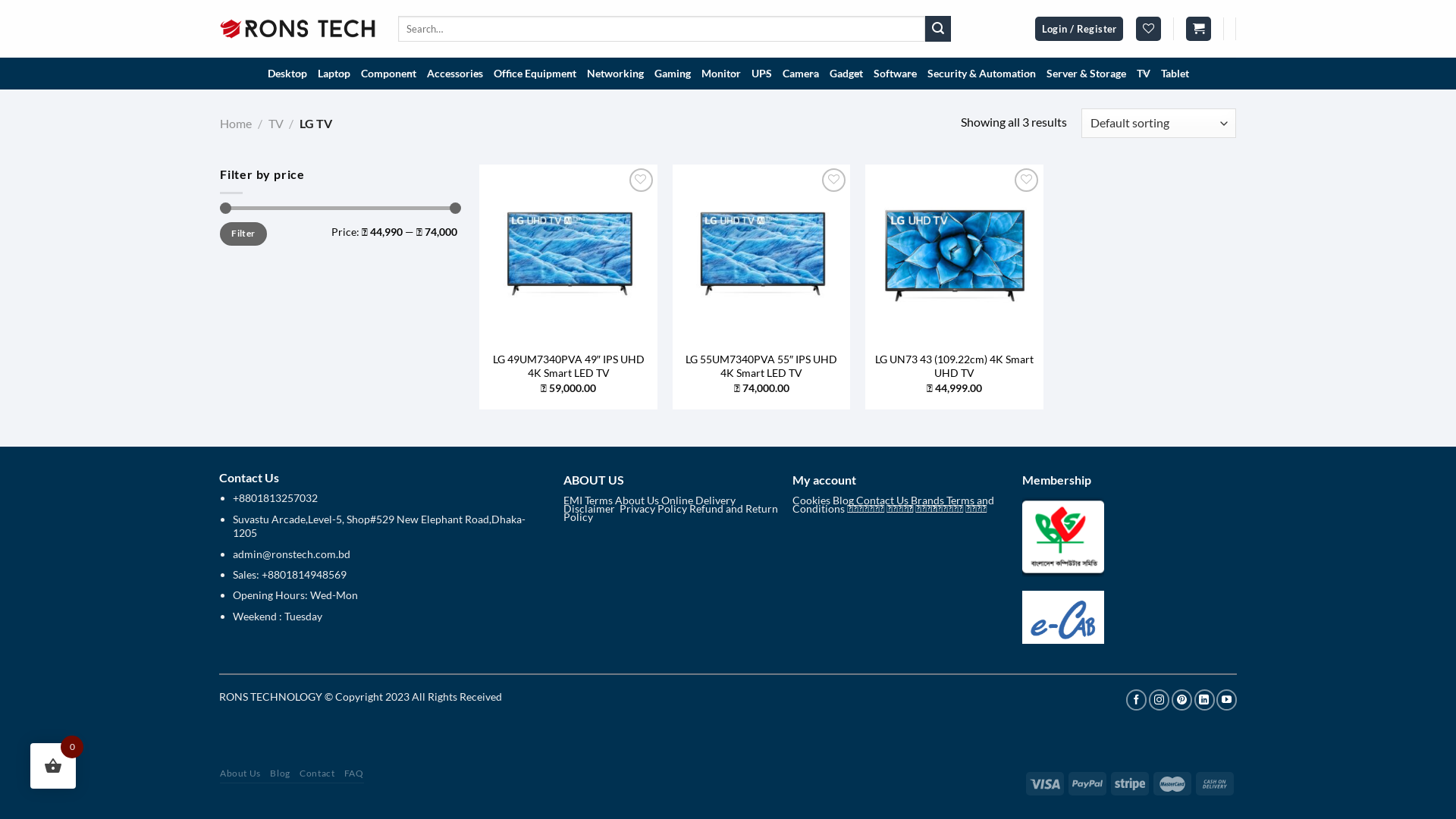 The height and width of the screenshot is (819, 1456). I want to click on 'Camera', so click(776, 73).